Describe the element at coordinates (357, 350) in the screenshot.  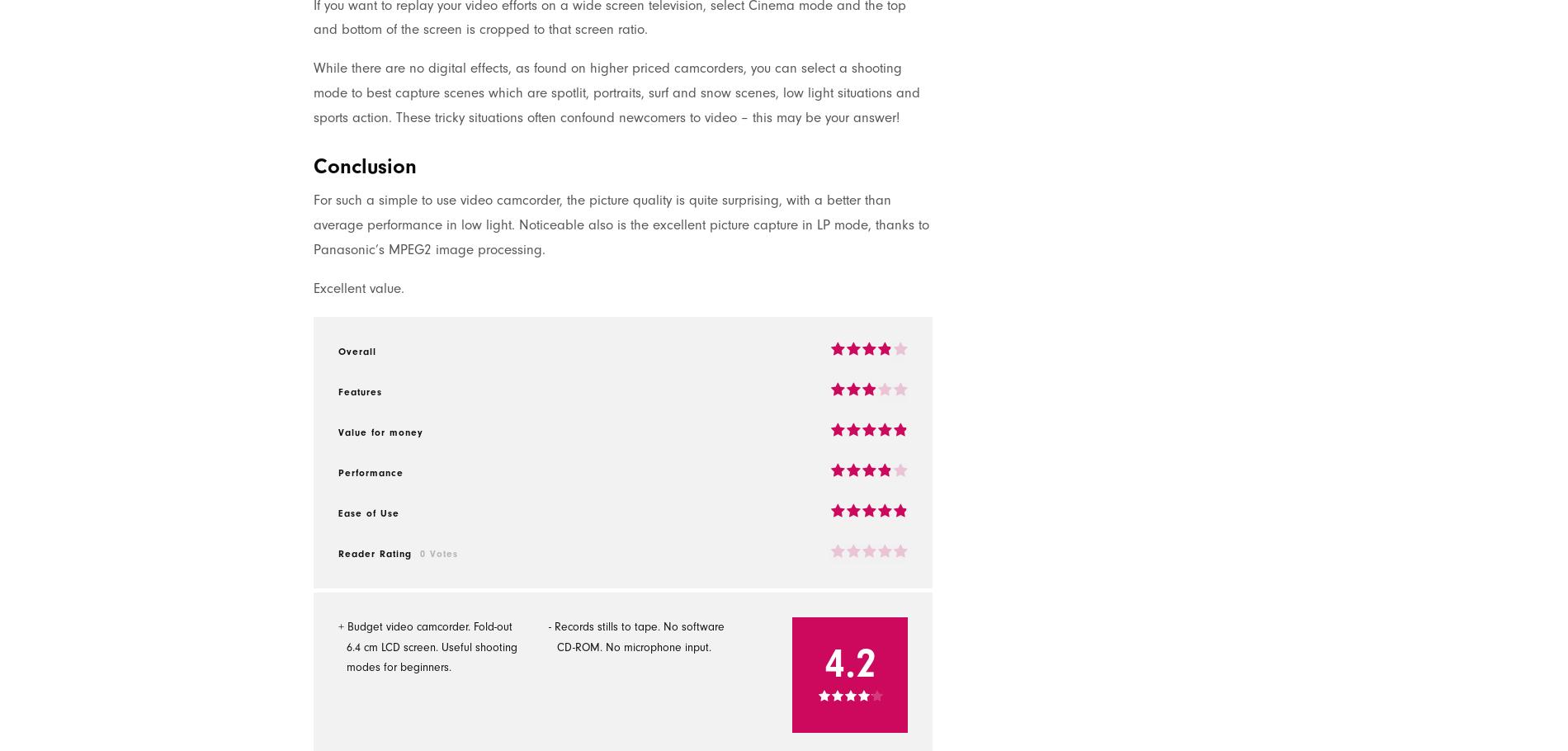
I see `'Overall'` at that location.